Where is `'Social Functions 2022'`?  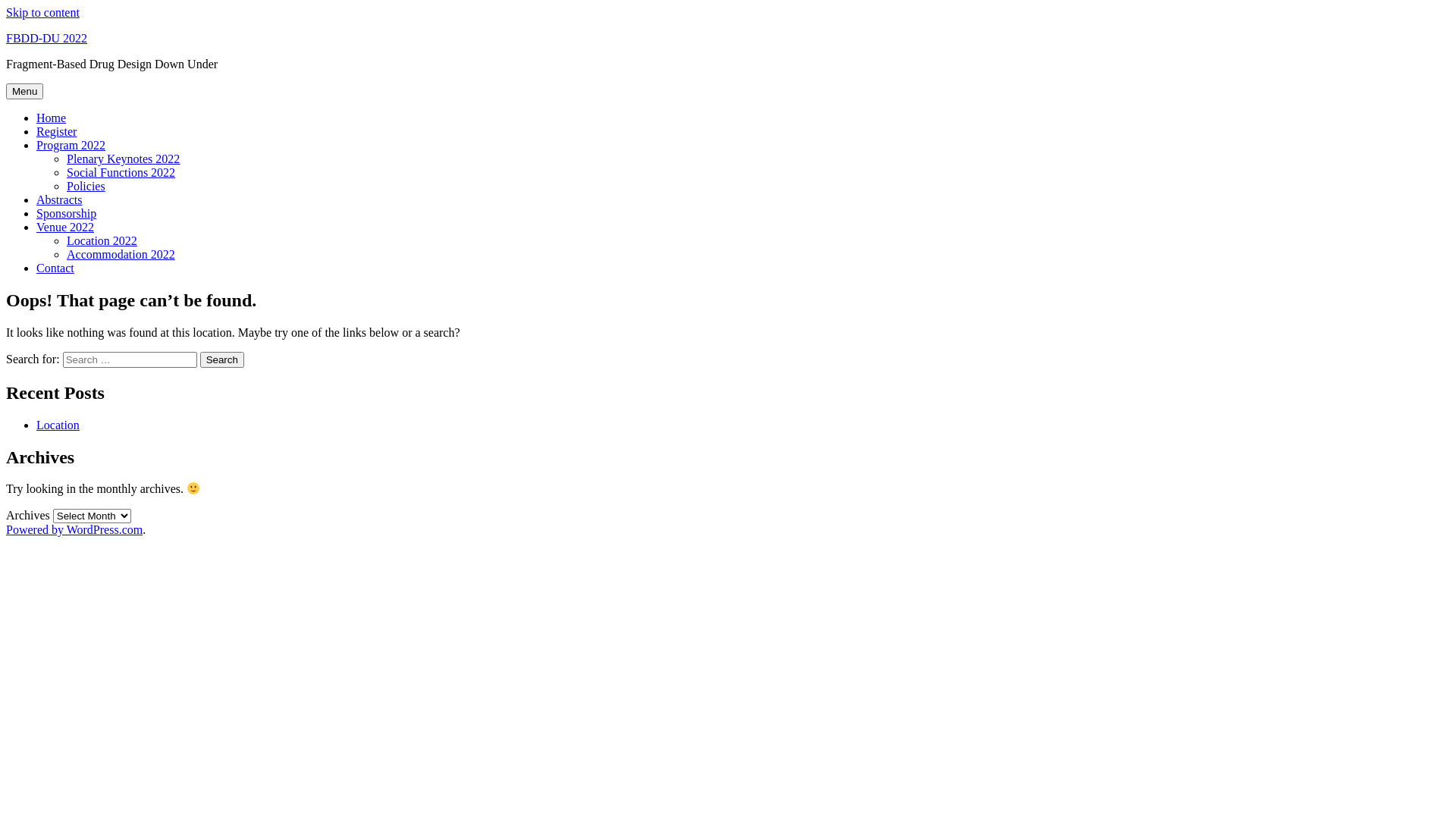 'Social Functions 2022' is located at coordinates (120, 171).